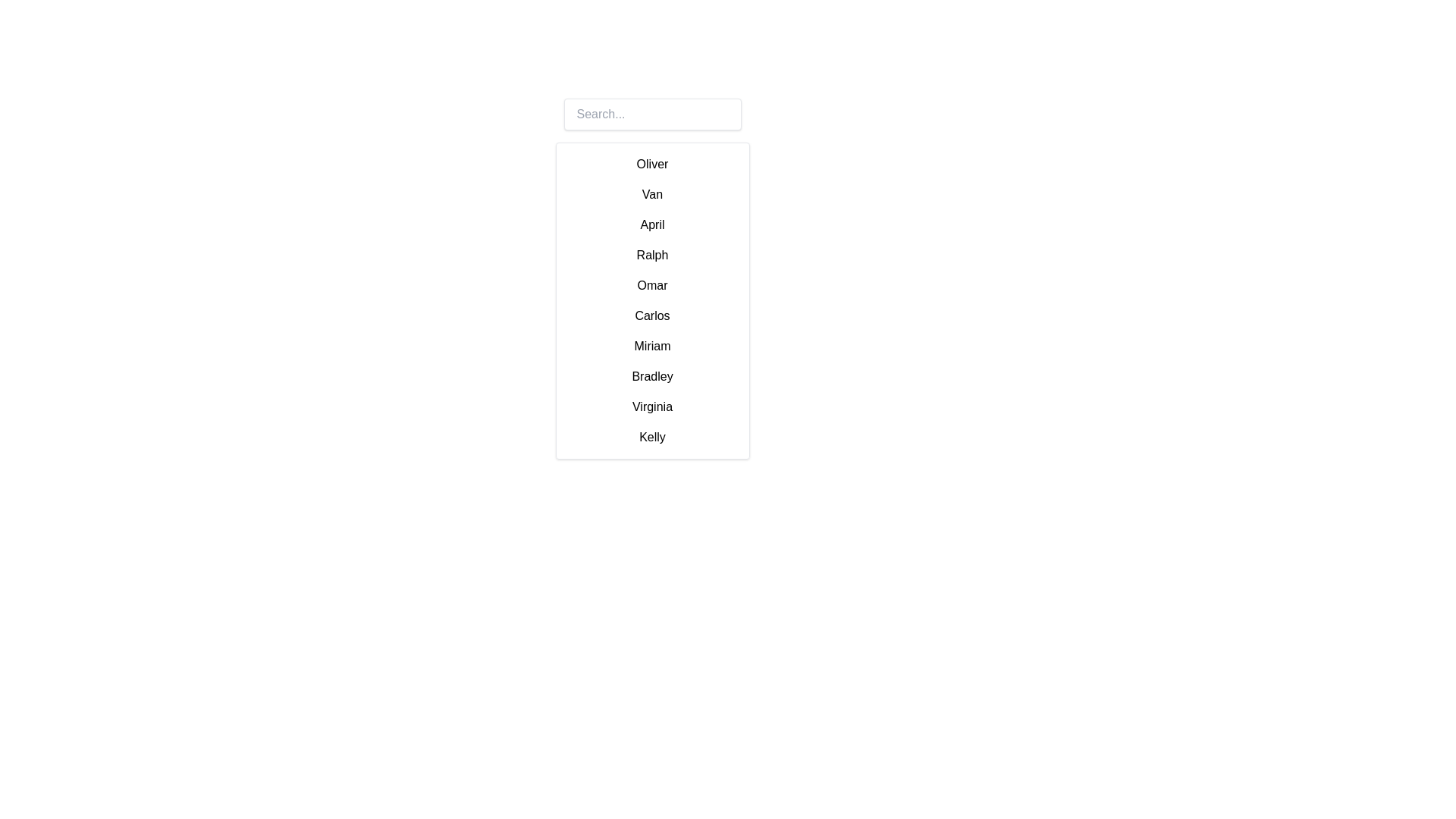 The image size is (1456, 819). Describe the element at coordinates (652, 254) in the screenshot. I see `the selectable text label for 'Ralph', the fourth item in a vertical list, to change its background` at that location.